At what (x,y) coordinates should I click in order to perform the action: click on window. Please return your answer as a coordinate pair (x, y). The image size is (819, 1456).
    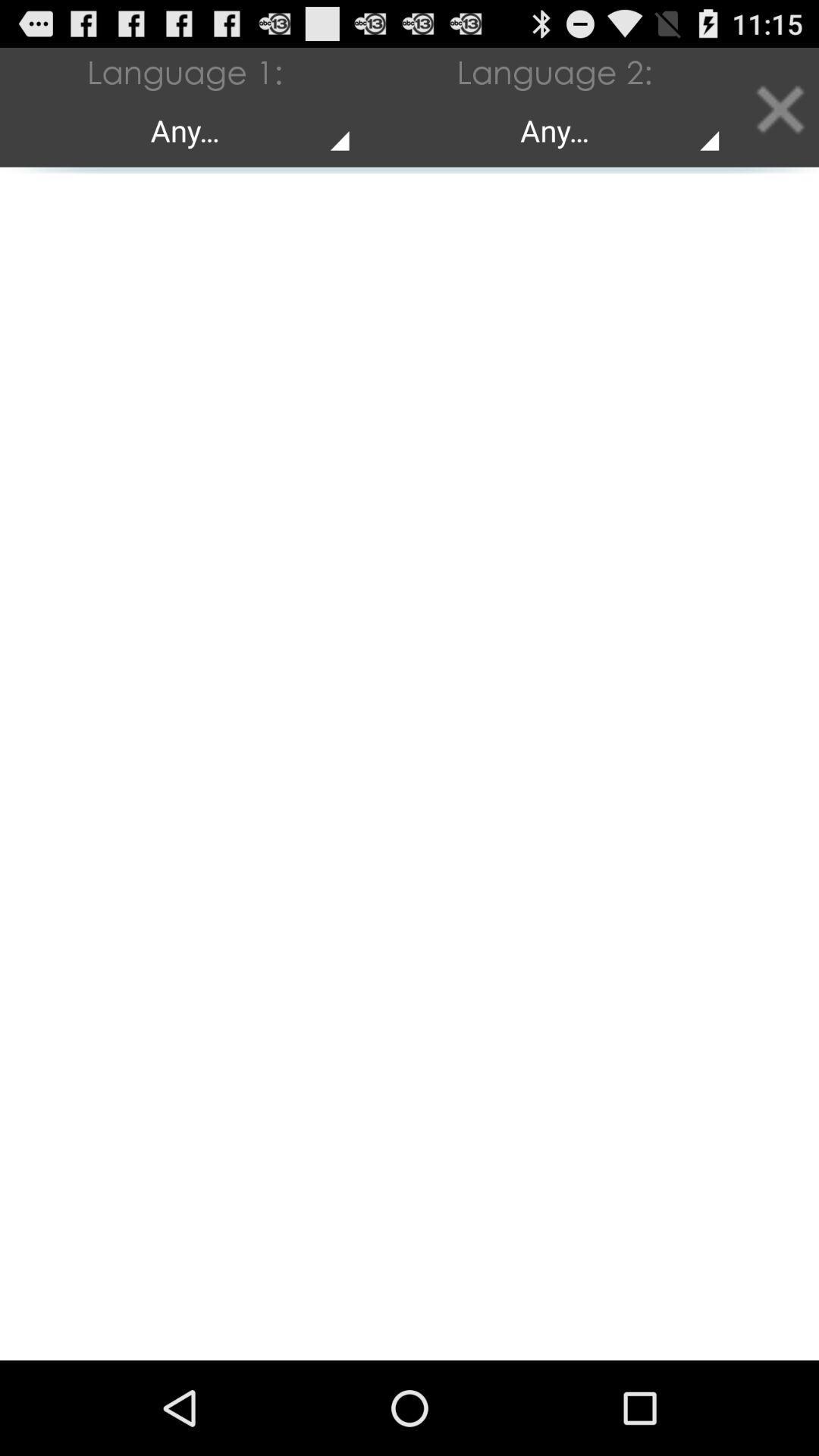
    Looking at the image, I should click on (779, 106).